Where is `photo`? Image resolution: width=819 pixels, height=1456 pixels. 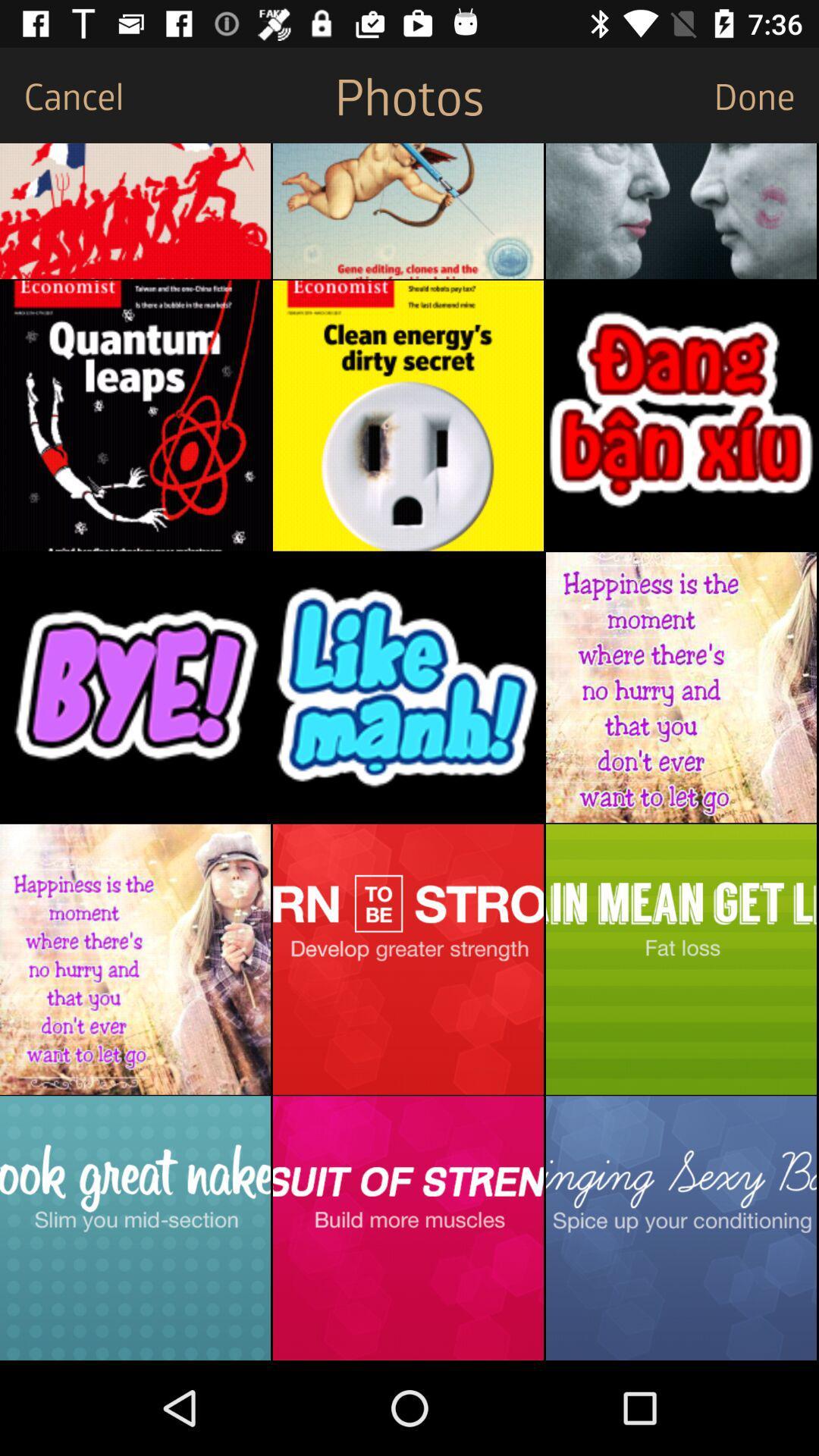 photo is located at coordinates (680, 686).